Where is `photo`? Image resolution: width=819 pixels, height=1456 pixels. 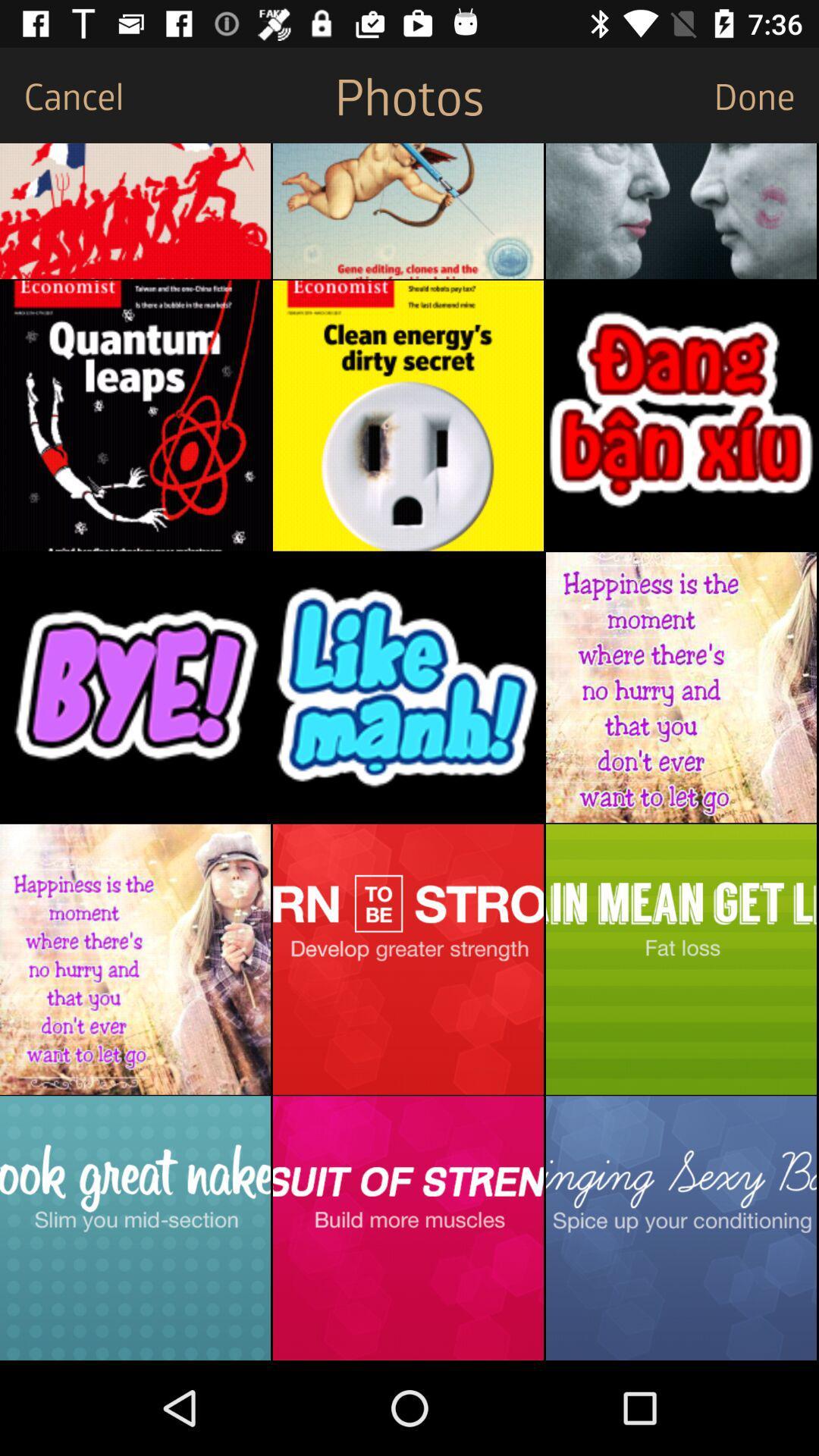 photo is located at coordinates (680, 686).